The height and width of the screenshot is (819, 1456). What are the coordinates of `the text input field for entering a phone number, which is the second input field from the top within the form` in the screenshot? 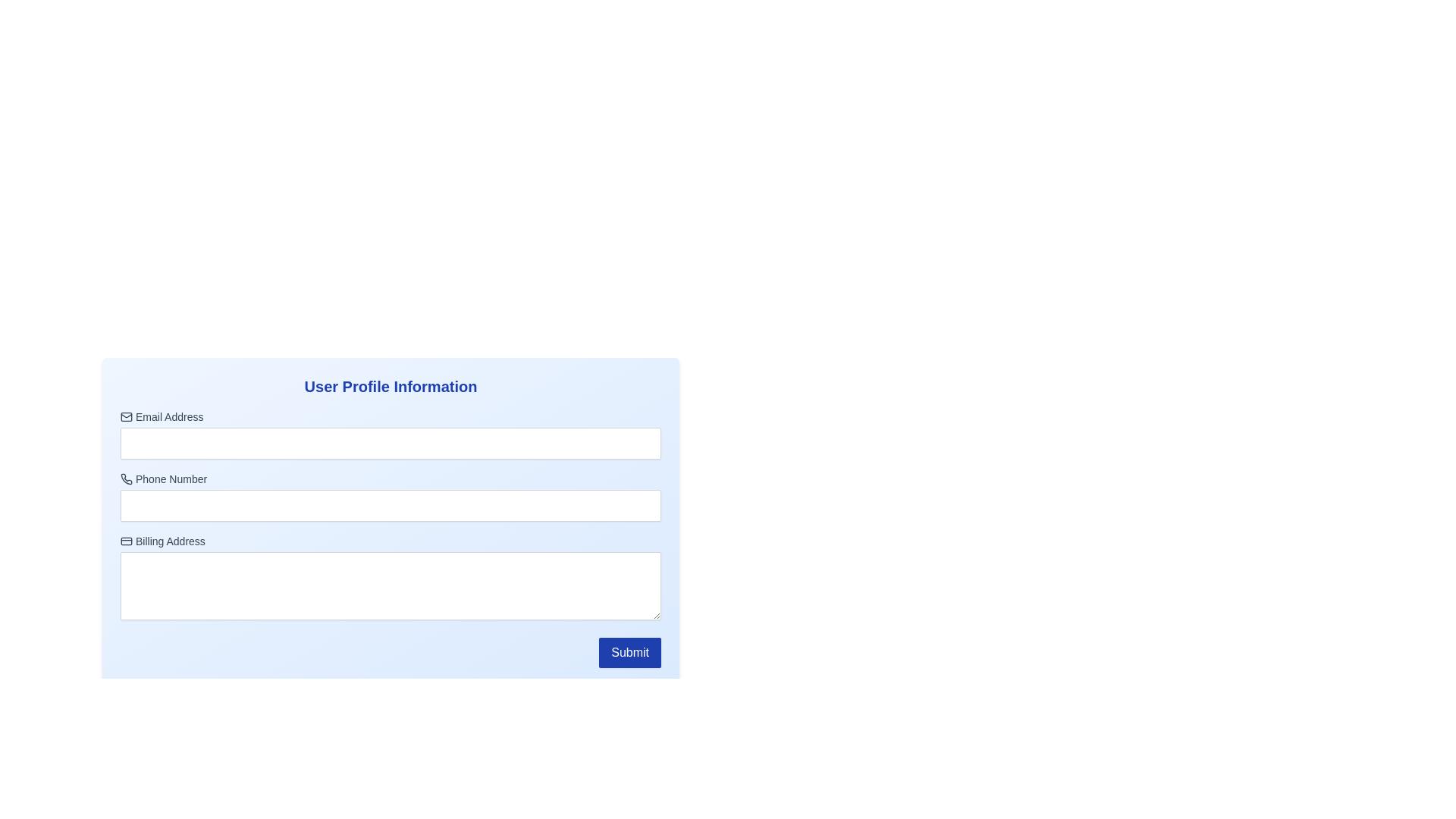 It's located at (391, 509).